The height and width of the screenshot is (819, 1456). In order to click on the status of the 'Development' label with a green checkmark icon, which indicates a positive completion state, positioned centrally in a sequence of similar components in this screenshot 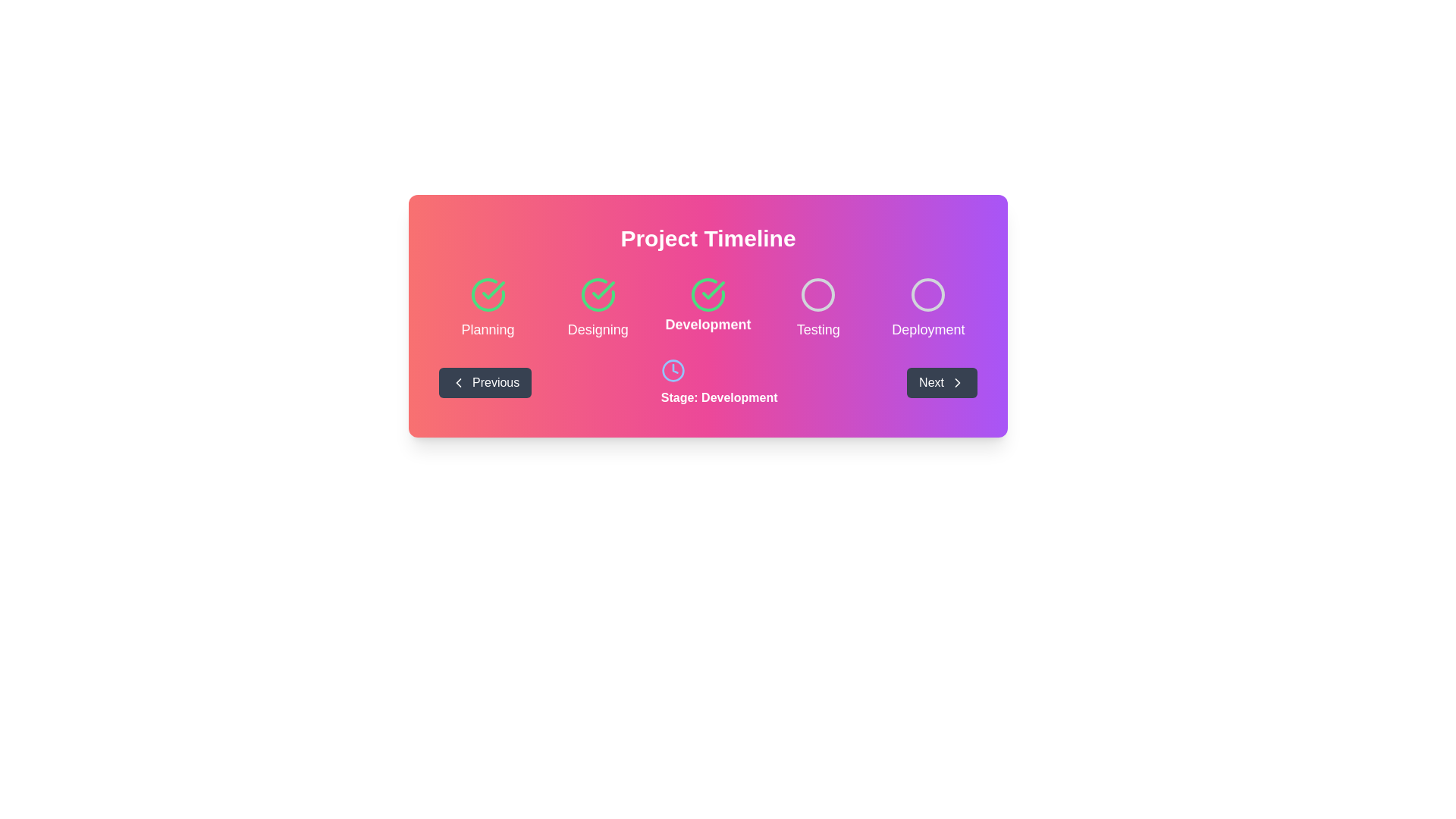, I will do `click(708, 308)`.